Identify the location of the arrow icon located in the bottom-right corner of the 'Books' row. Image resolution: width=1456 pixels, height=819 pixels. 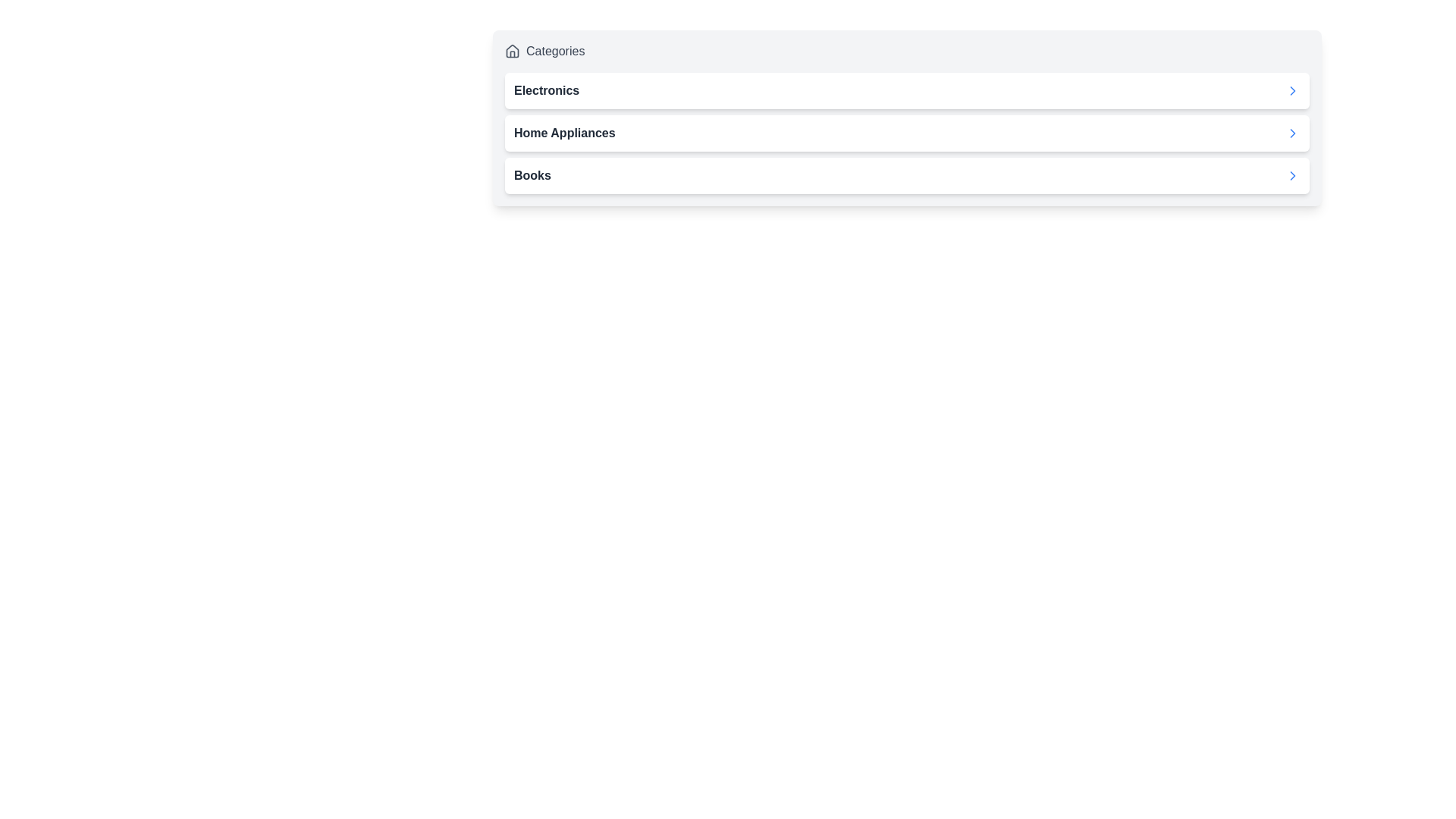
(1291, 174).